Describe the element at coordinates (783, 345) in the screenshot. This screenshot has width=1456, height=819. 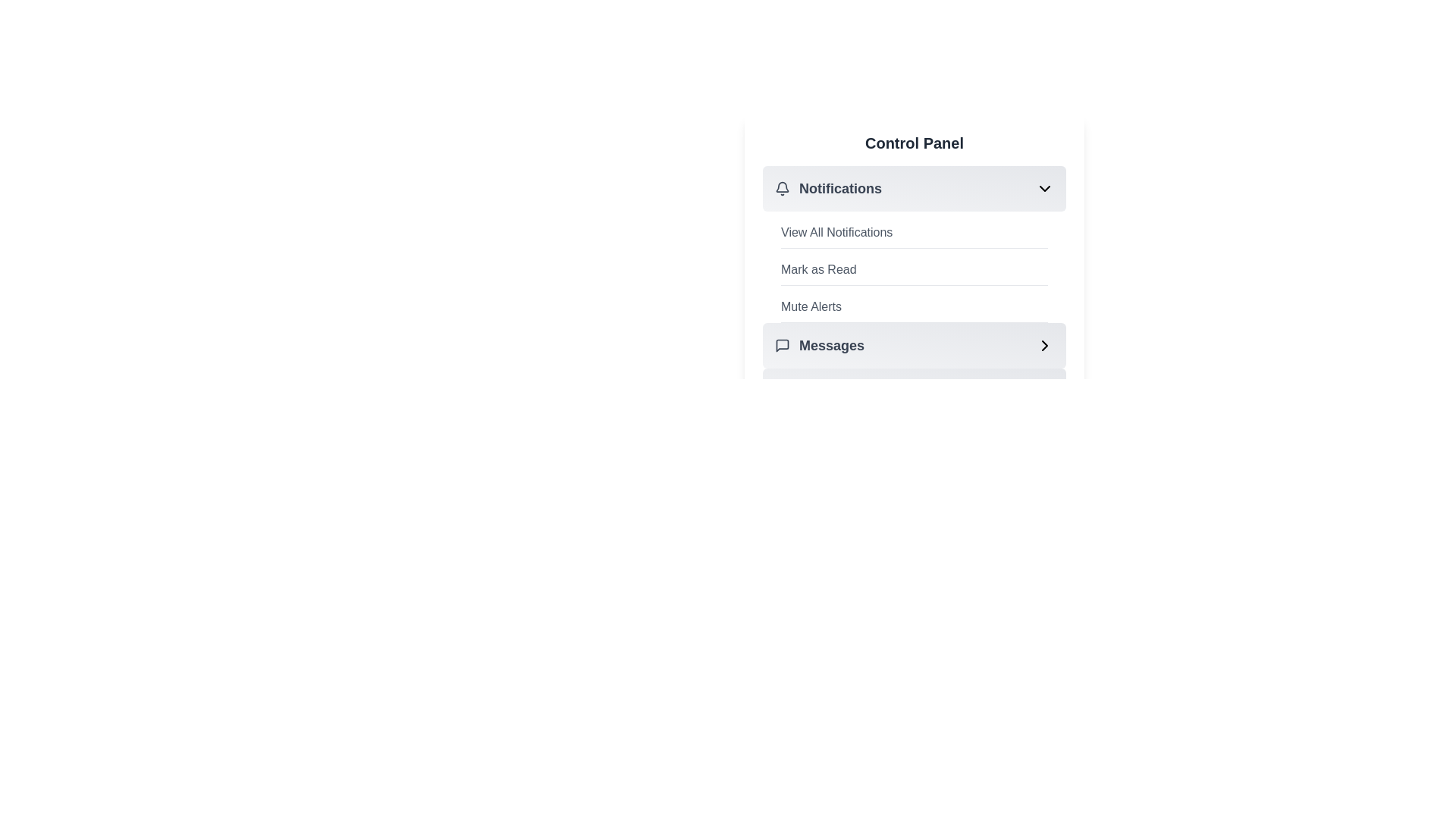
I see `the 'Messages' icon element, which is visually represented and positioned to the left of the text 'Messages'` at that location.